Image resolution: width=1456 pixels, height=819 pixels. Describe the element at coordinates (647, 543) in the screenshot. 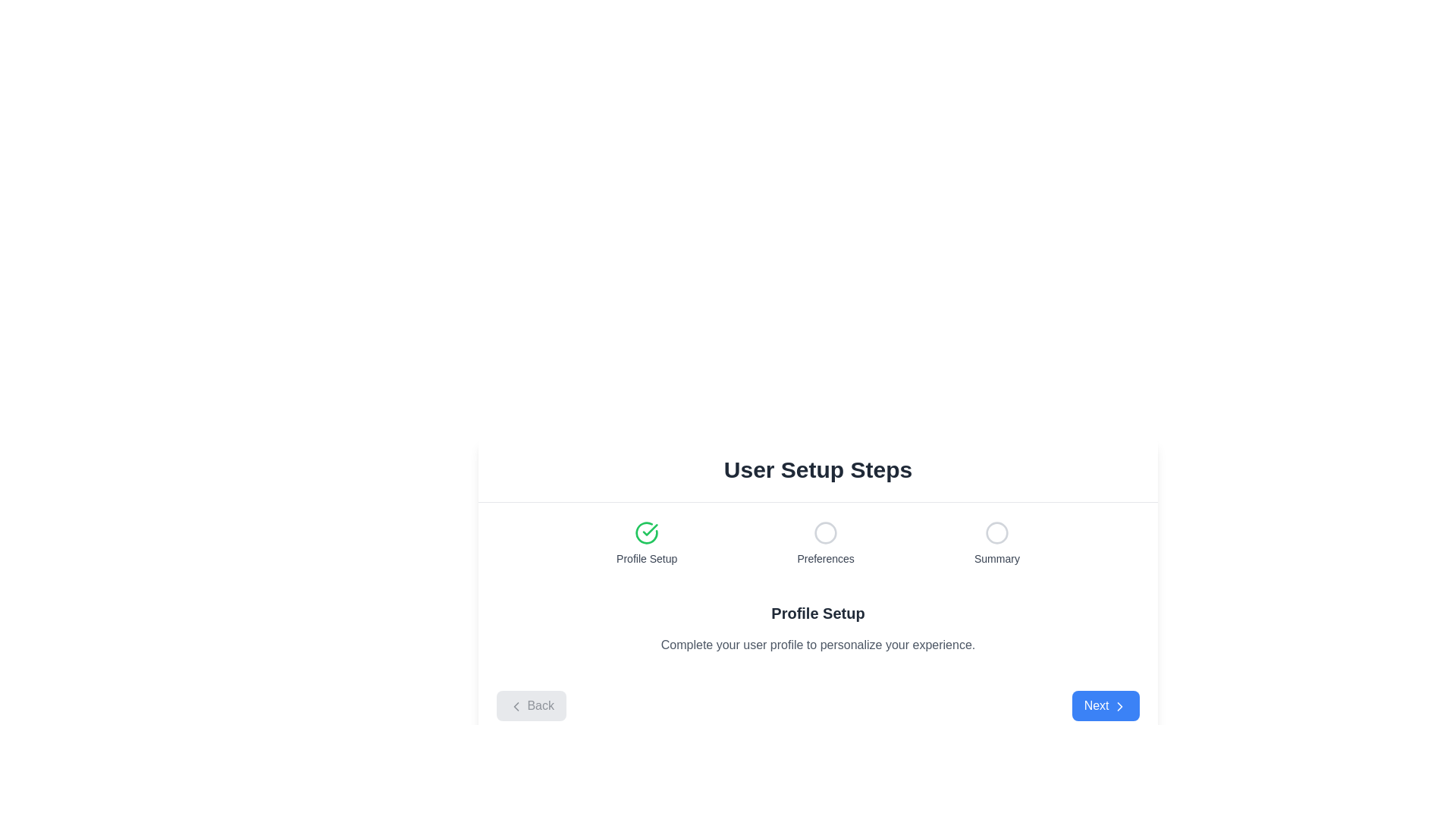

I see `the 'Profile Setup' step indicator, which visually indicates that this step has been completed in the user setup process` at that location.